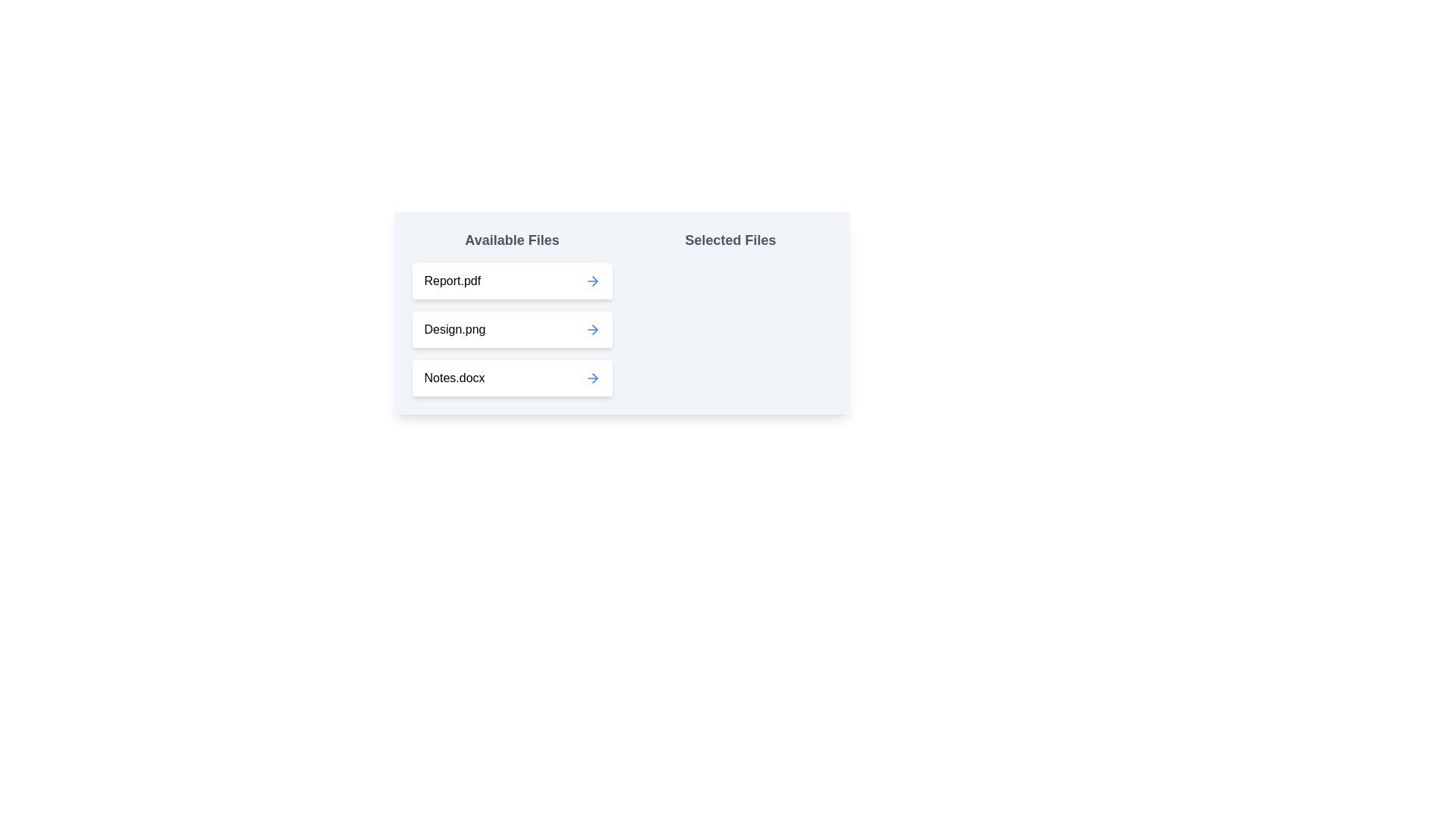 The height and width of the screenshot is (819, 1456). What do you see at coordinates (512, 329) in the screenshot?
I see `the 'Design.png' file entry with action button, which is the second item in the 'Available Files' section` at bounding box center [512, 329].